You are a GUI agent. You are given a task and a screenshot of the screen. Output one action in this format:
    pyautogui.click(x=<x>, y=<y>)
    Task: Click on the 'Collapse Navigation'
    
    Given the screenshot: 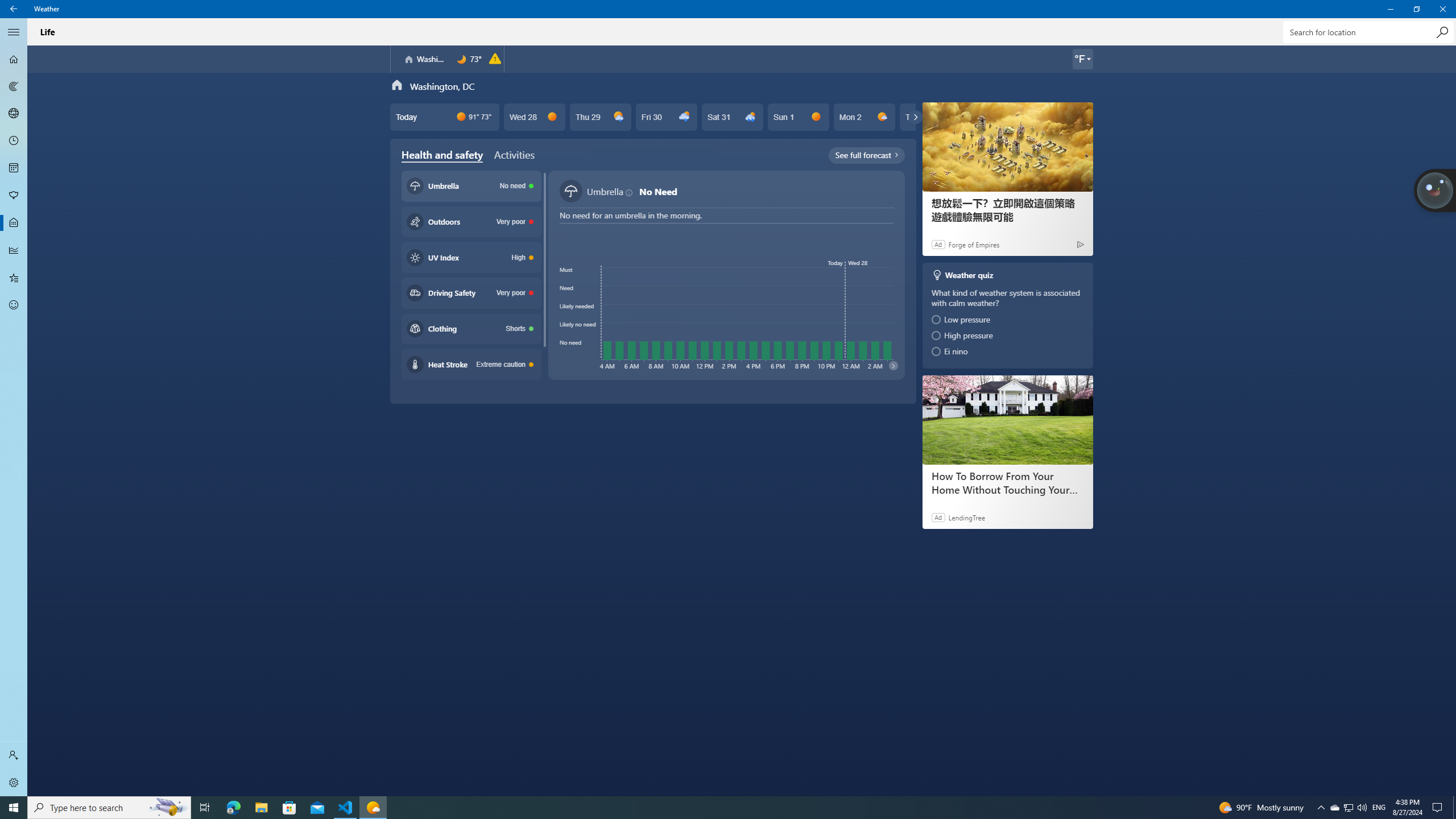 What is the action you would take?
    pyautogui.click(x=14, y=31)
    